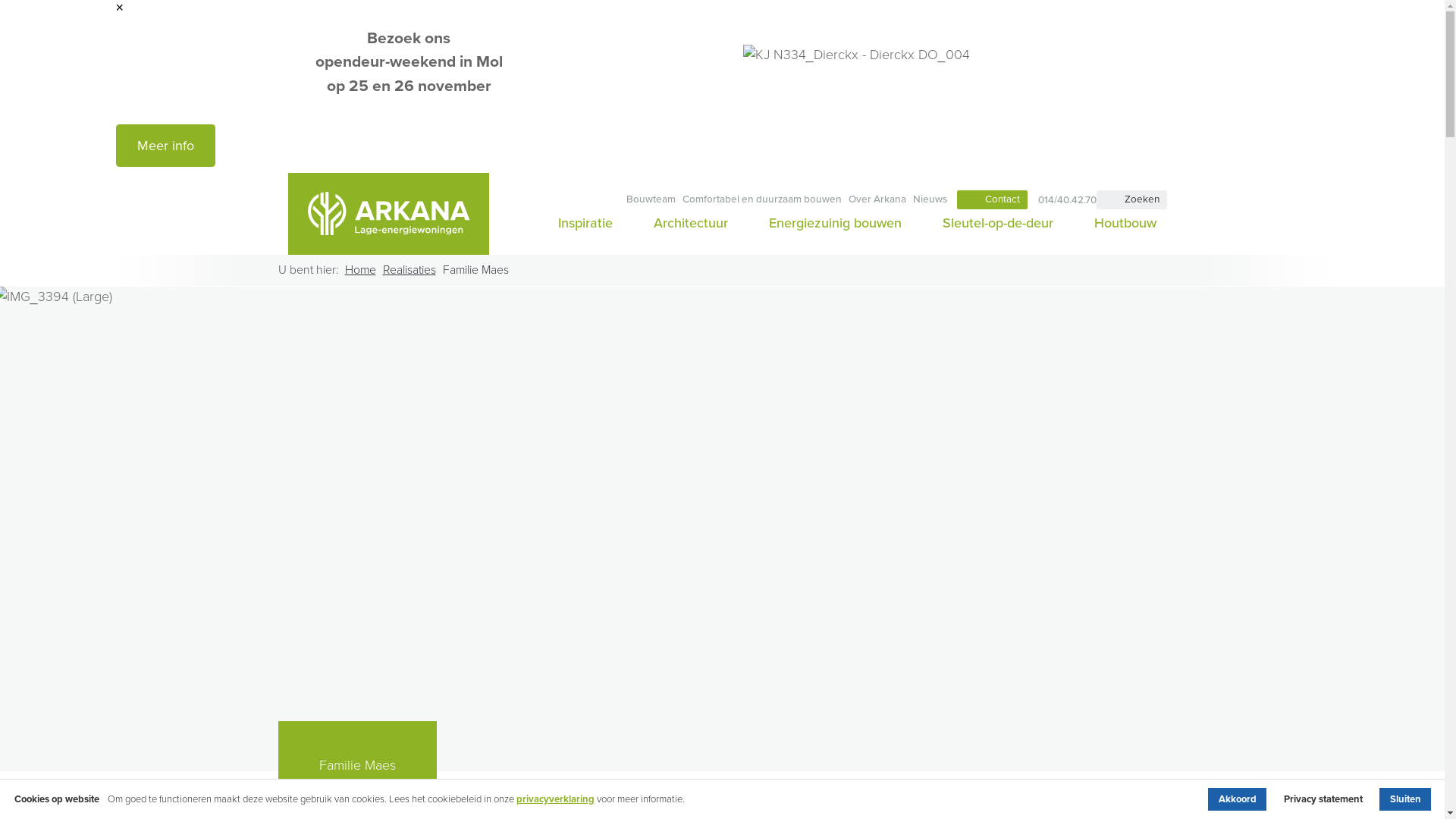 The height and width of the screenshot is (819, 1456). I want to click on 'Akkoord', so click(1237, 798).